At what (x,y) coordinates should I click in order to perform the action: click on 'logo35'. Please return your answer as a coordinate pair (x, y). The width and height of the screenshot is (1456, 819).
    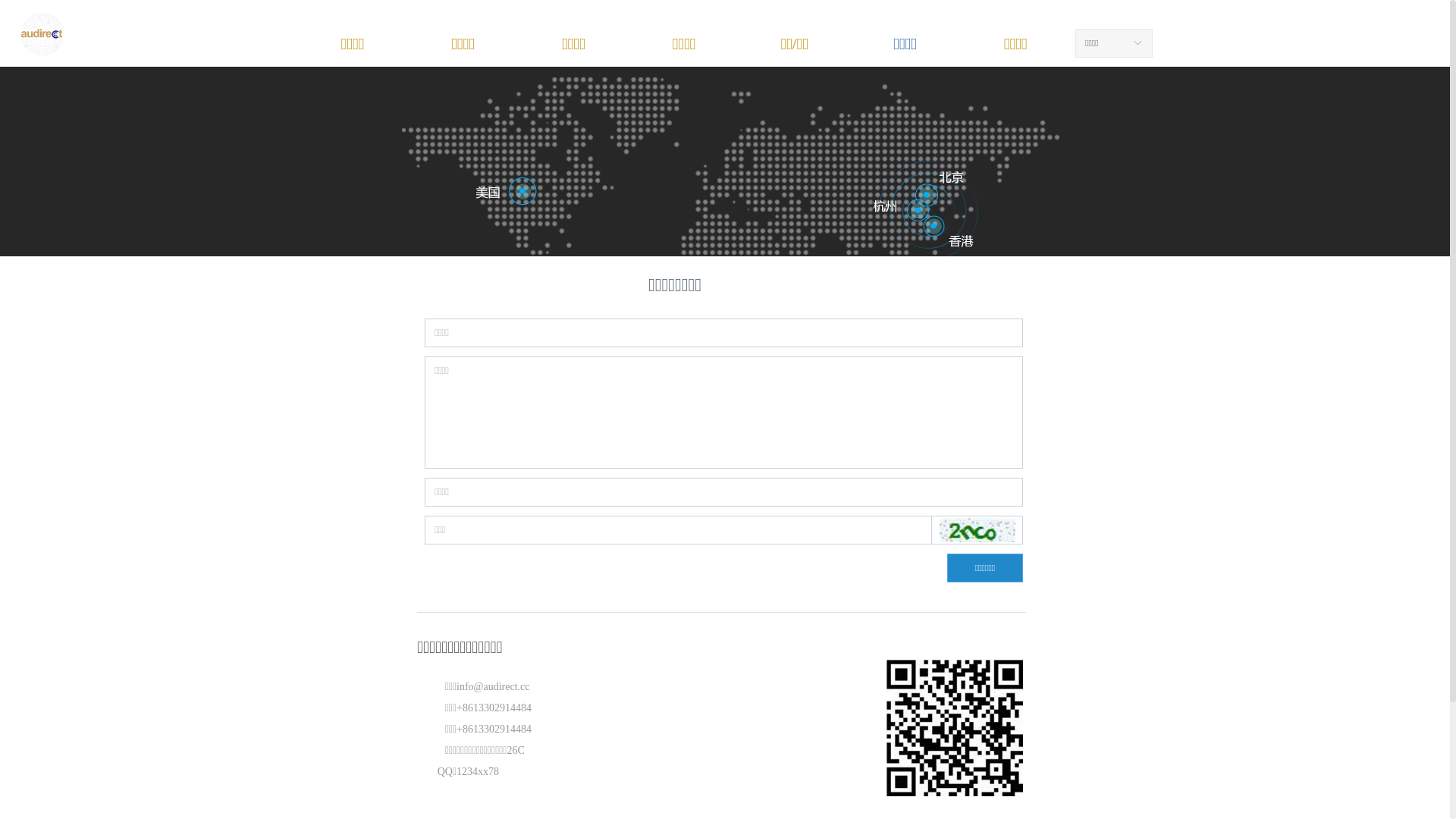
    Looking at the image, I should click on (42, 34).